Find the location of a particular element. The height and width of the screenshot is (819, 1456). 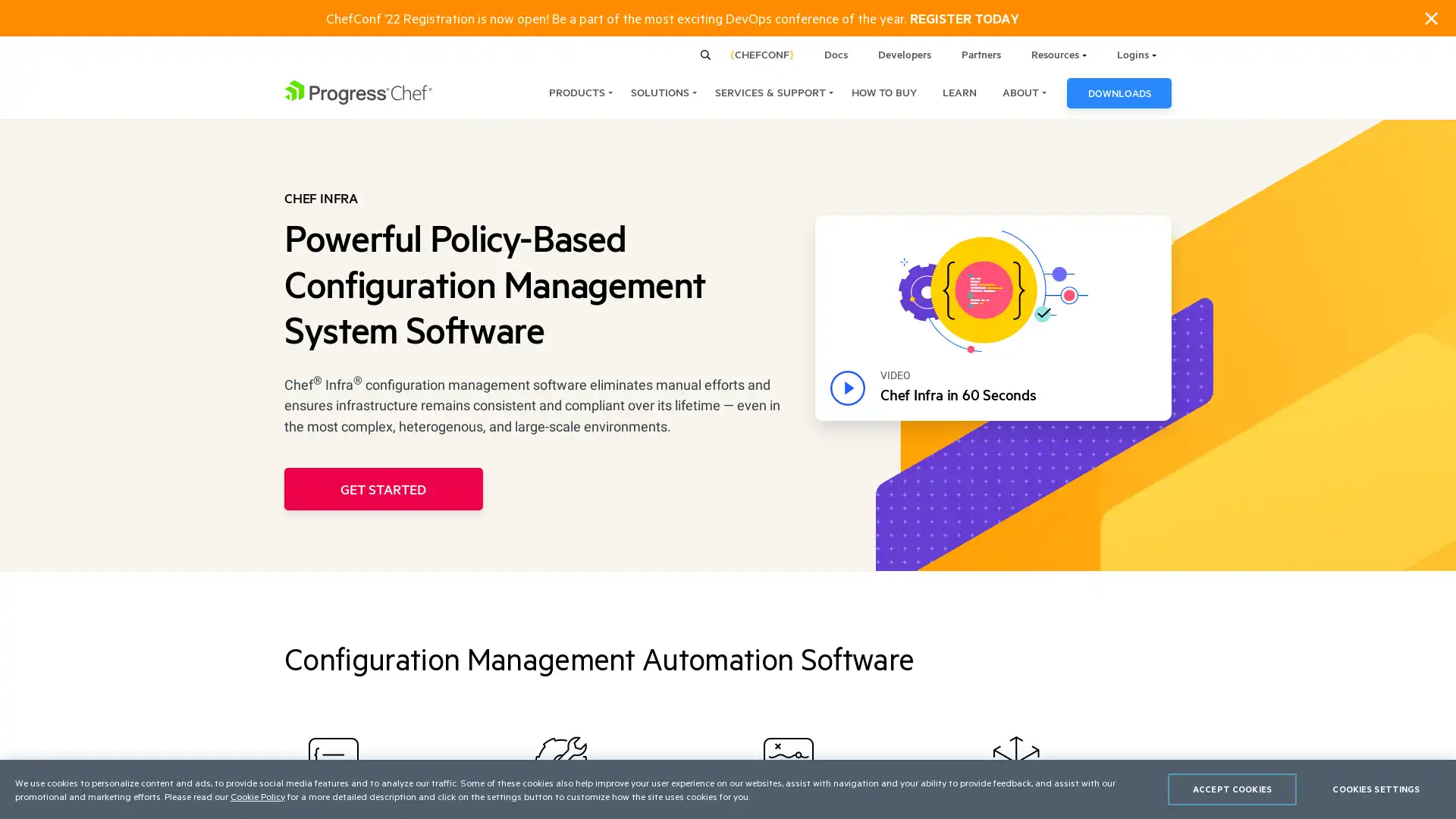

SERVICES & SUPPORT is located at coordinates (770, 93).